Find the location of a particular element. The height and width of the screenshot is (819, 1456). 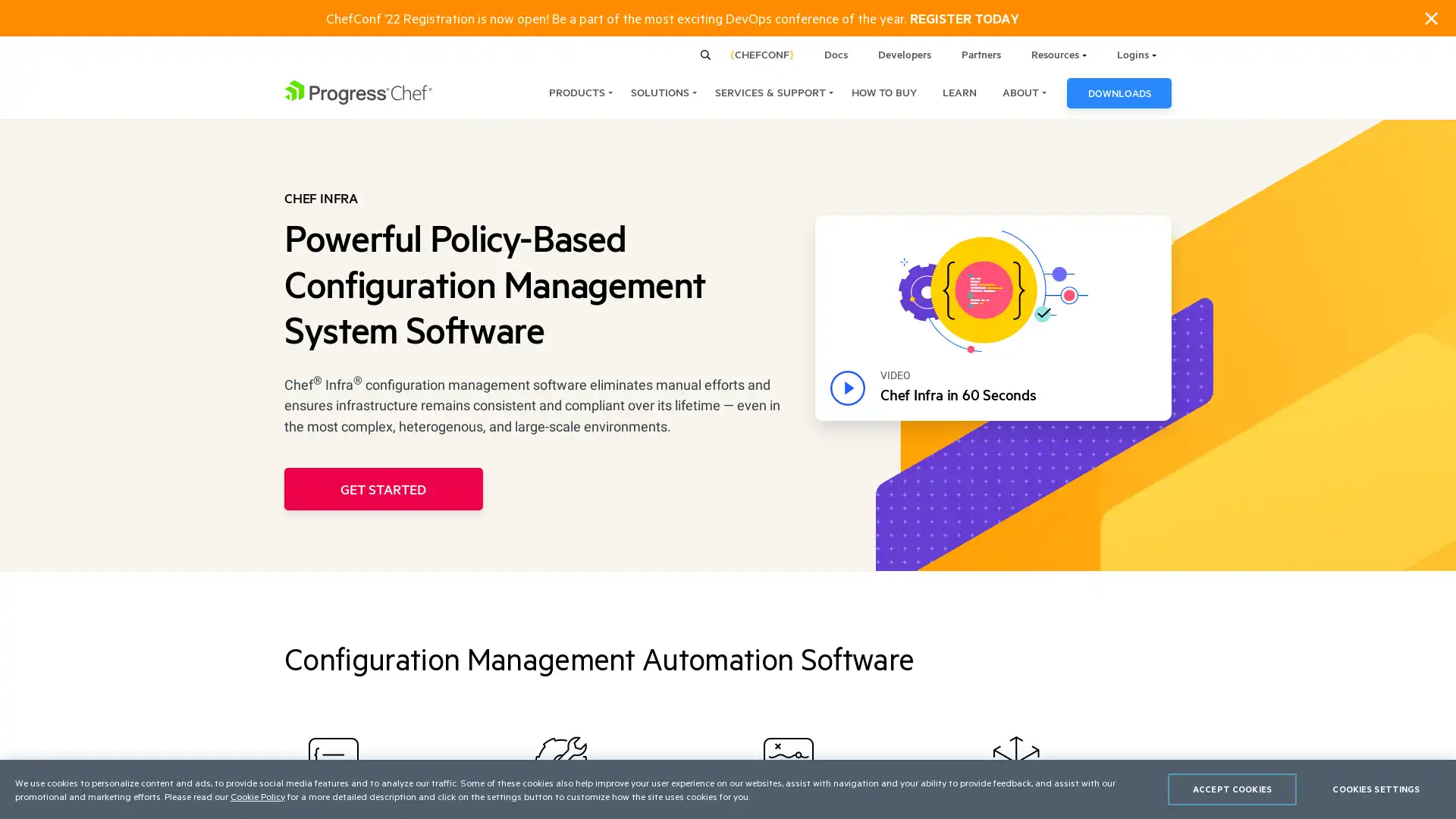

SERVICES & SUPPORT is located at coordinates (770, 93).